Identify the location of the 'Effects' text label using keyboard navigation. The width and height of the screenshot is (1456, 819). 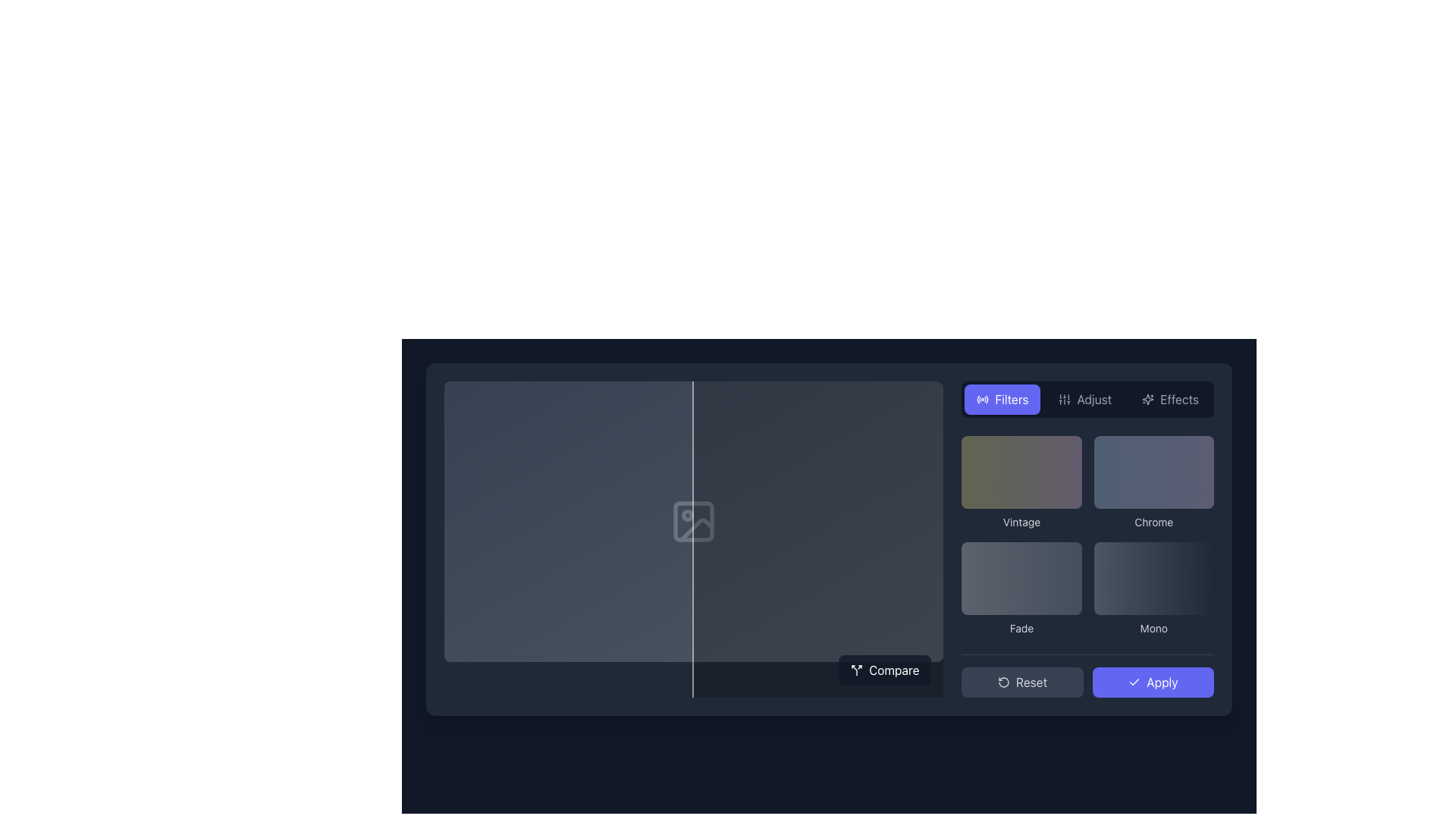
(1178, 399).